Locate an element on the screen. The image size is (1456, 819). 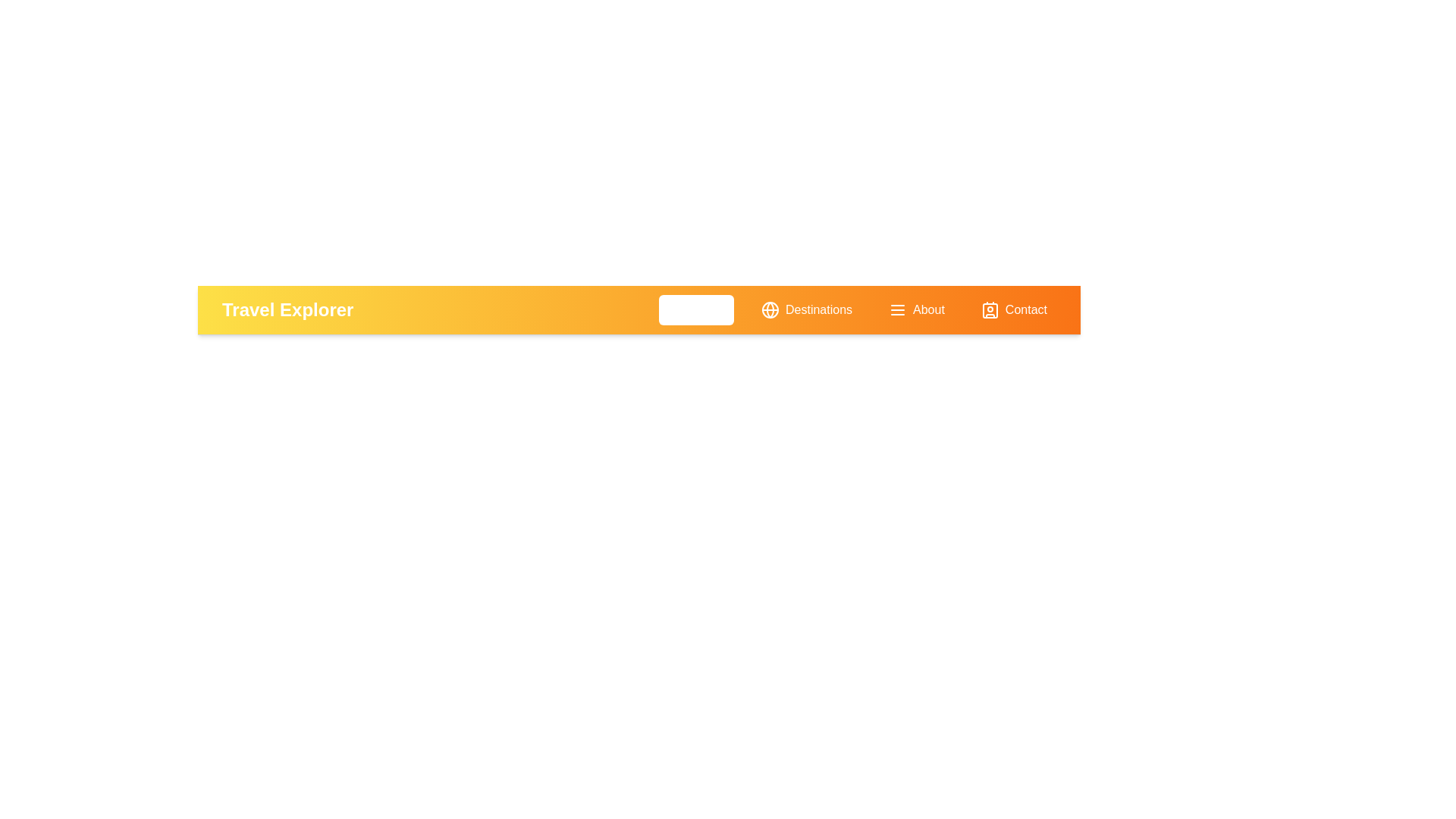
the Navigation Bar located at the center of the upper part of the webpage is located at coordinates (639, 309).